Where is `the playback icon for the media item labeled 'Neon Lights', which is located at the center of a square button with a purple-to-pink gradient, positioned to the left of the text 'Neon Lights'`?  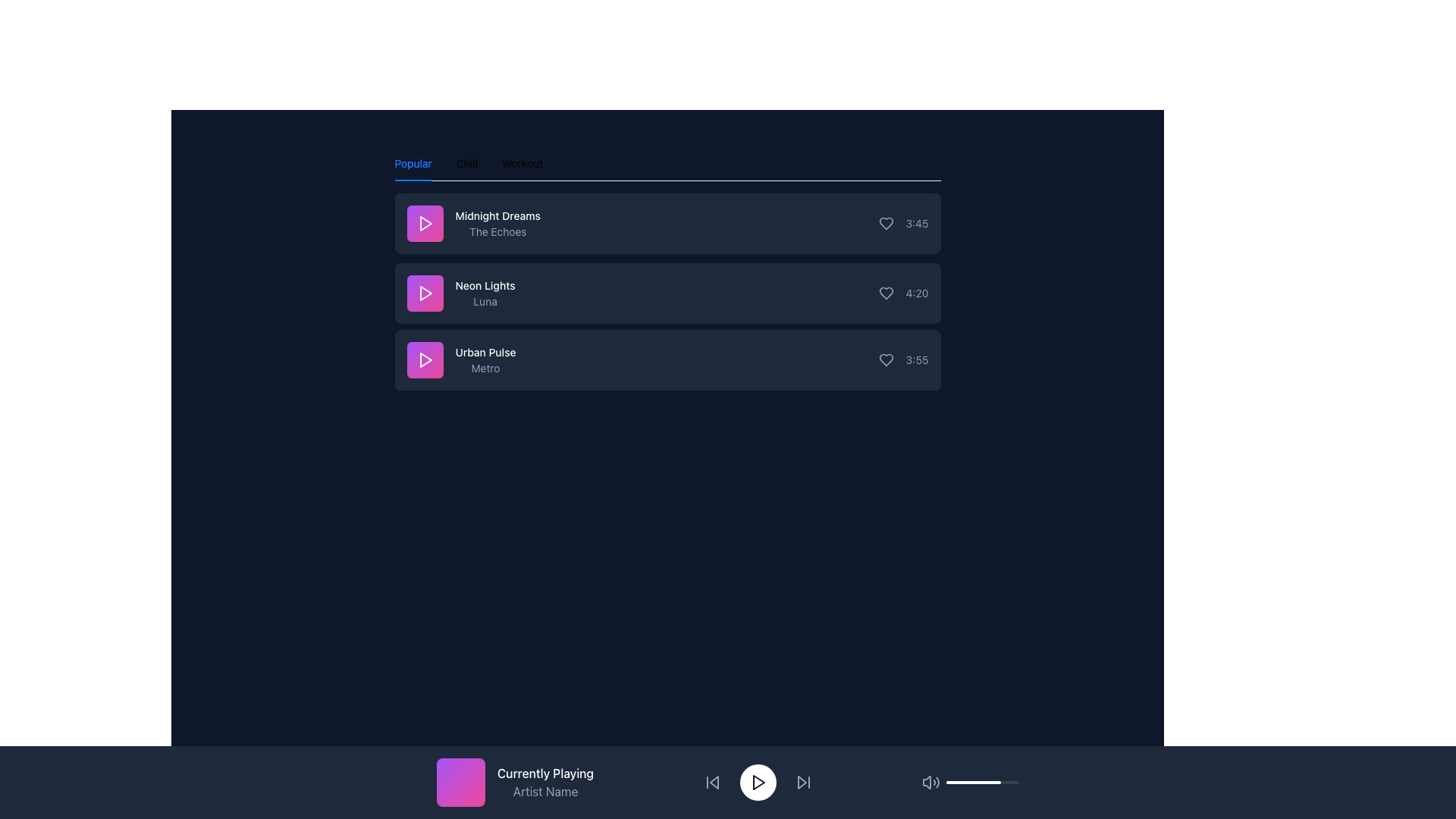 the playback icon for the media item labeled 'Neon Lights', which is located at the center of a square button with a purple-to-pink gradient, positioned to the left of the text 'Neon Lights' is located at coordinates (425, 293).